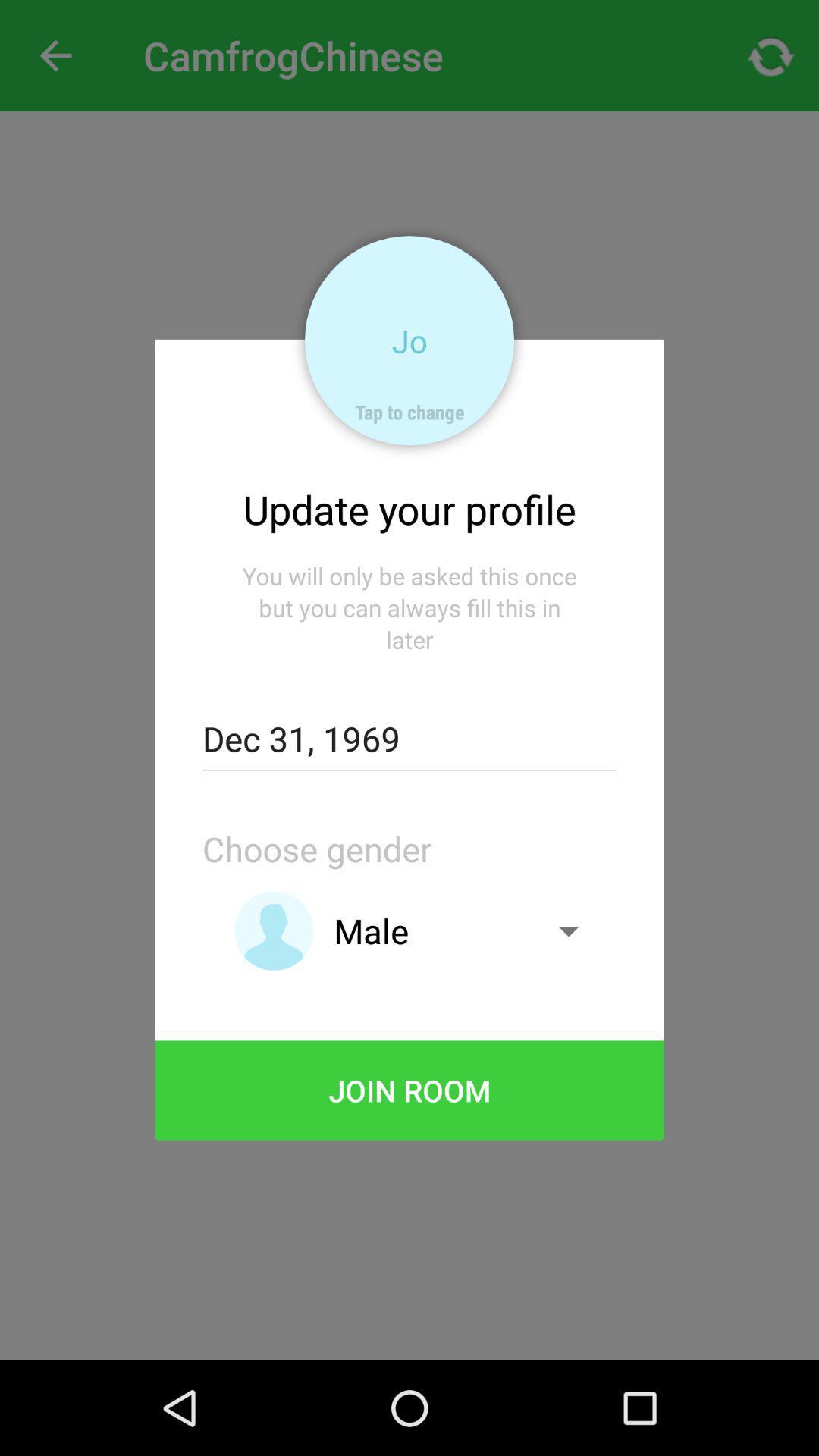 This screenshot has width=819, height=1456. Describe the element at coordinates (409, 1090) in the screenshot. I see `join room item` at that location.